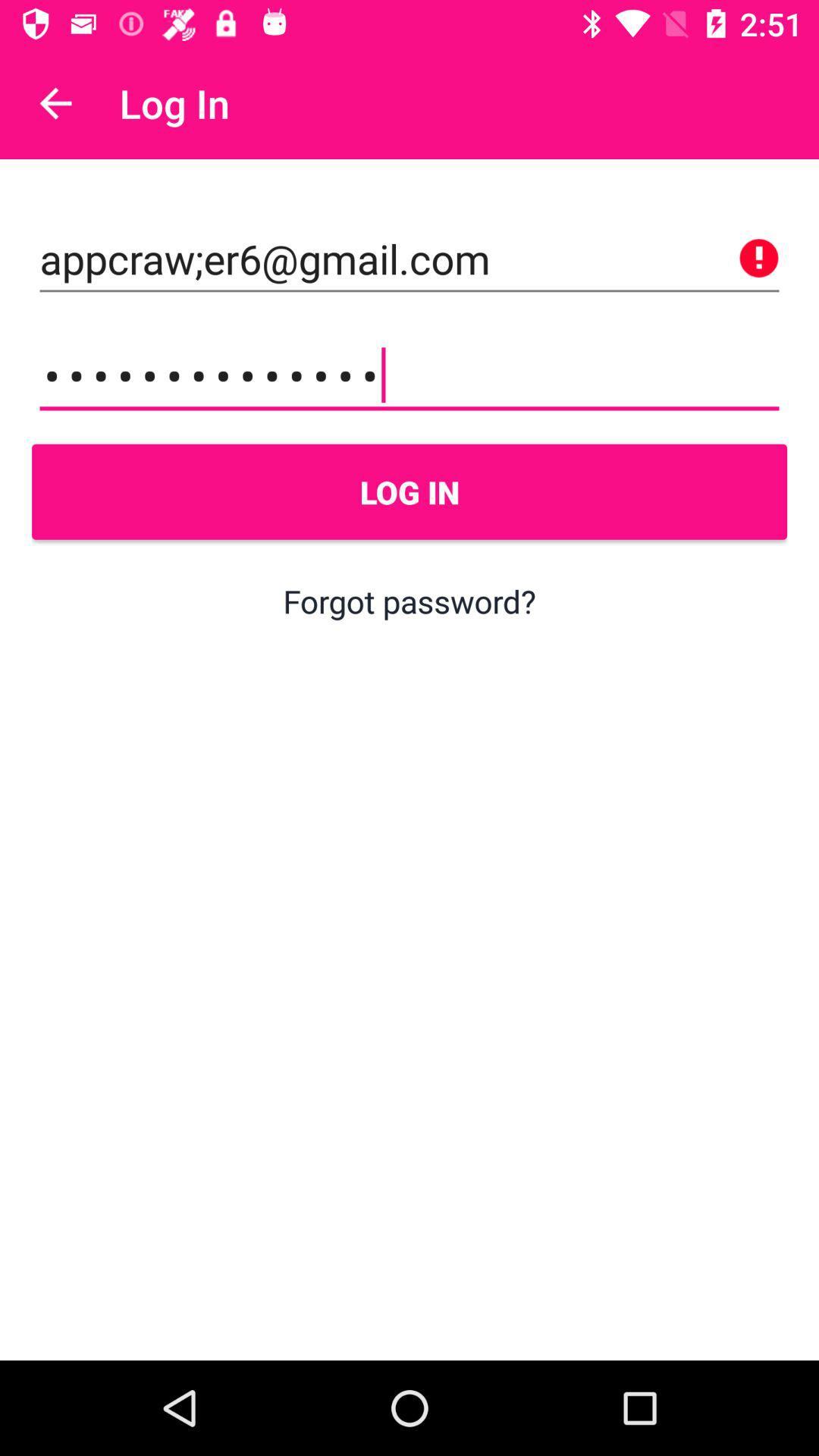 This screenshot has width=819, height=1456. Describe the element at coordinates (409, 259) in the screenshot. I see `the item above appcrawler3116` at that location.